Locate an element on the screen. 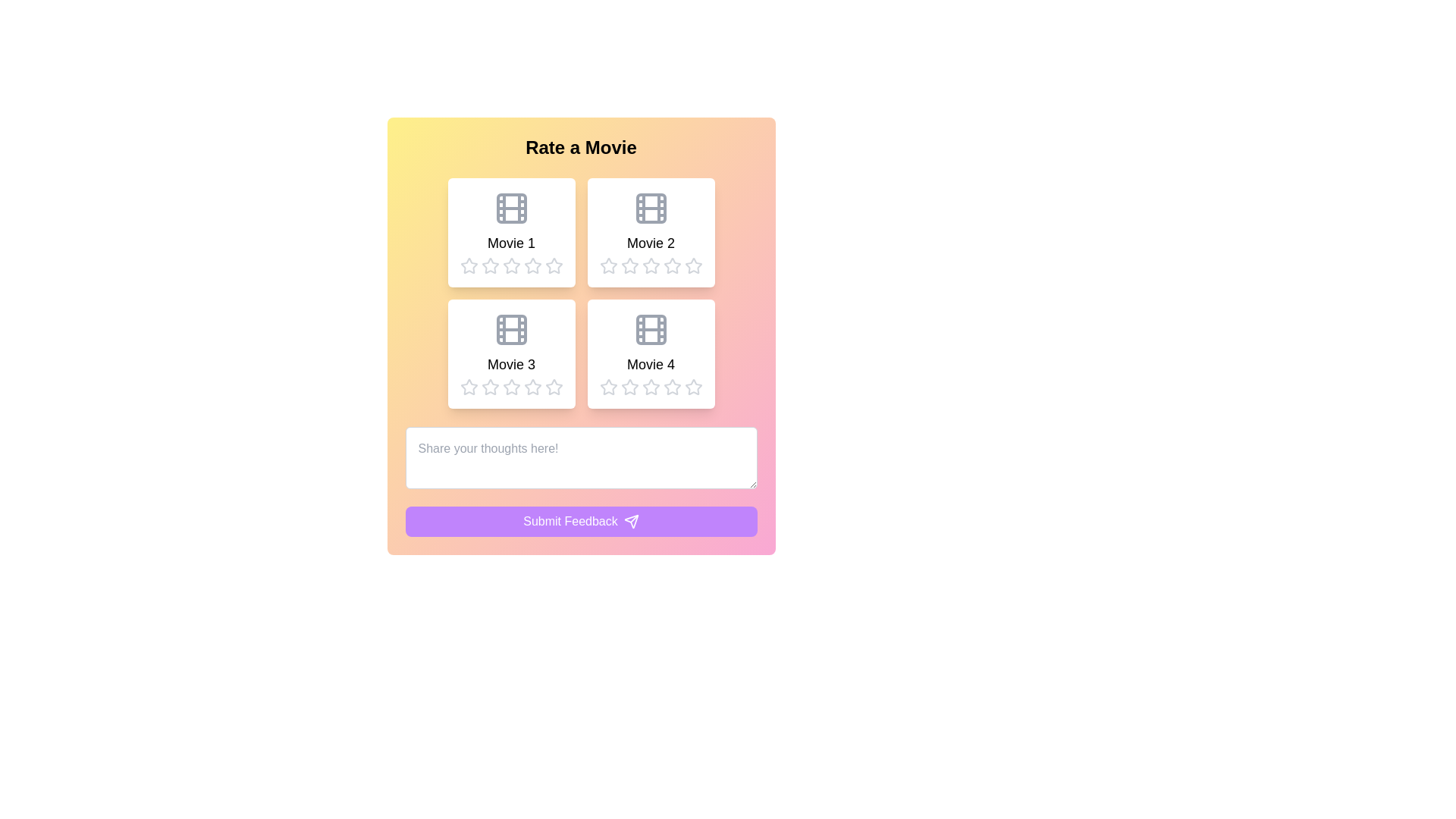 The image size is (1456, 819). the star icon in the second row, fourth column of the rating grid under 'Movie 4' to rate it is located at coordinates (692, 386).